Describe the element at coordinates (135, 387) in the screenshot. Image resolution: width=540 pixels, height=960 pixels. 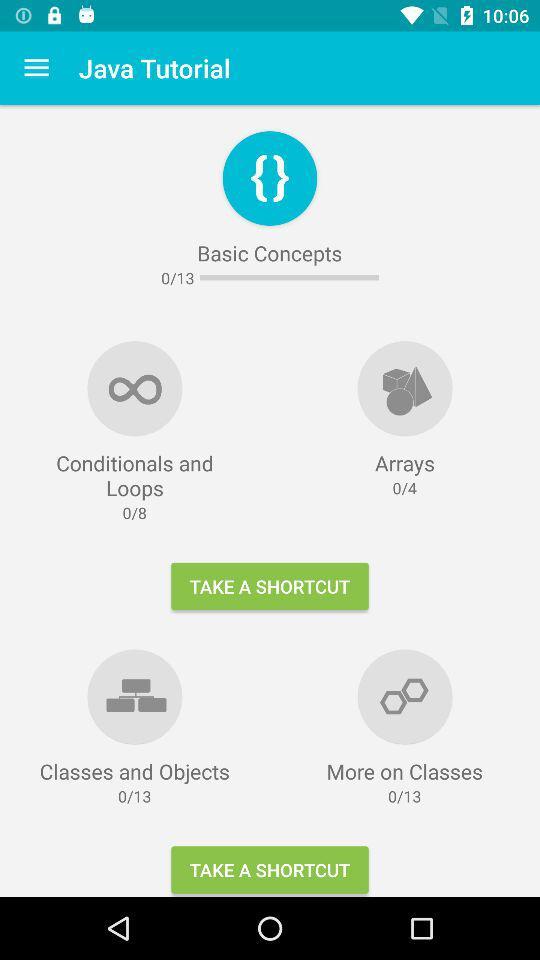
I see `the icon above the button conditionals and loops on the web page` at that location.